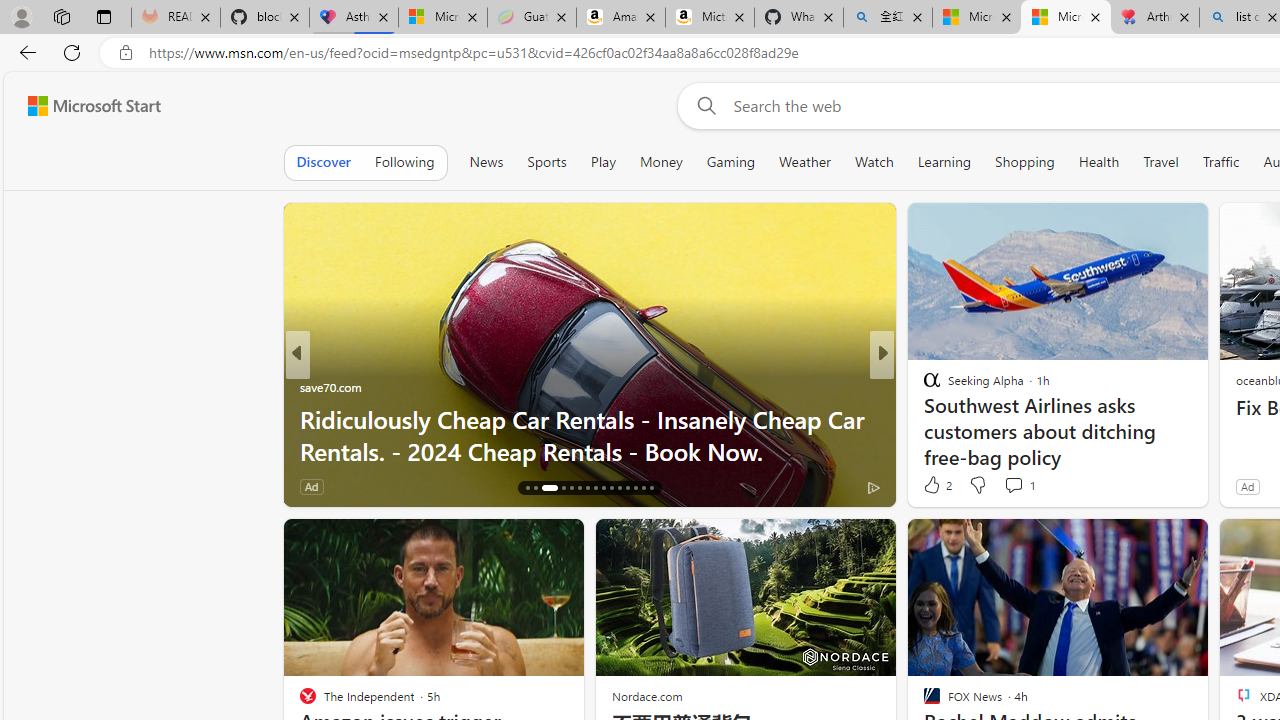 The height and width of the screenshot is (720, 1280). Describe the element at coordinates (353, 17) in the screenshot. I see `'Asthma Inhalers: Names and Types'` at that location.